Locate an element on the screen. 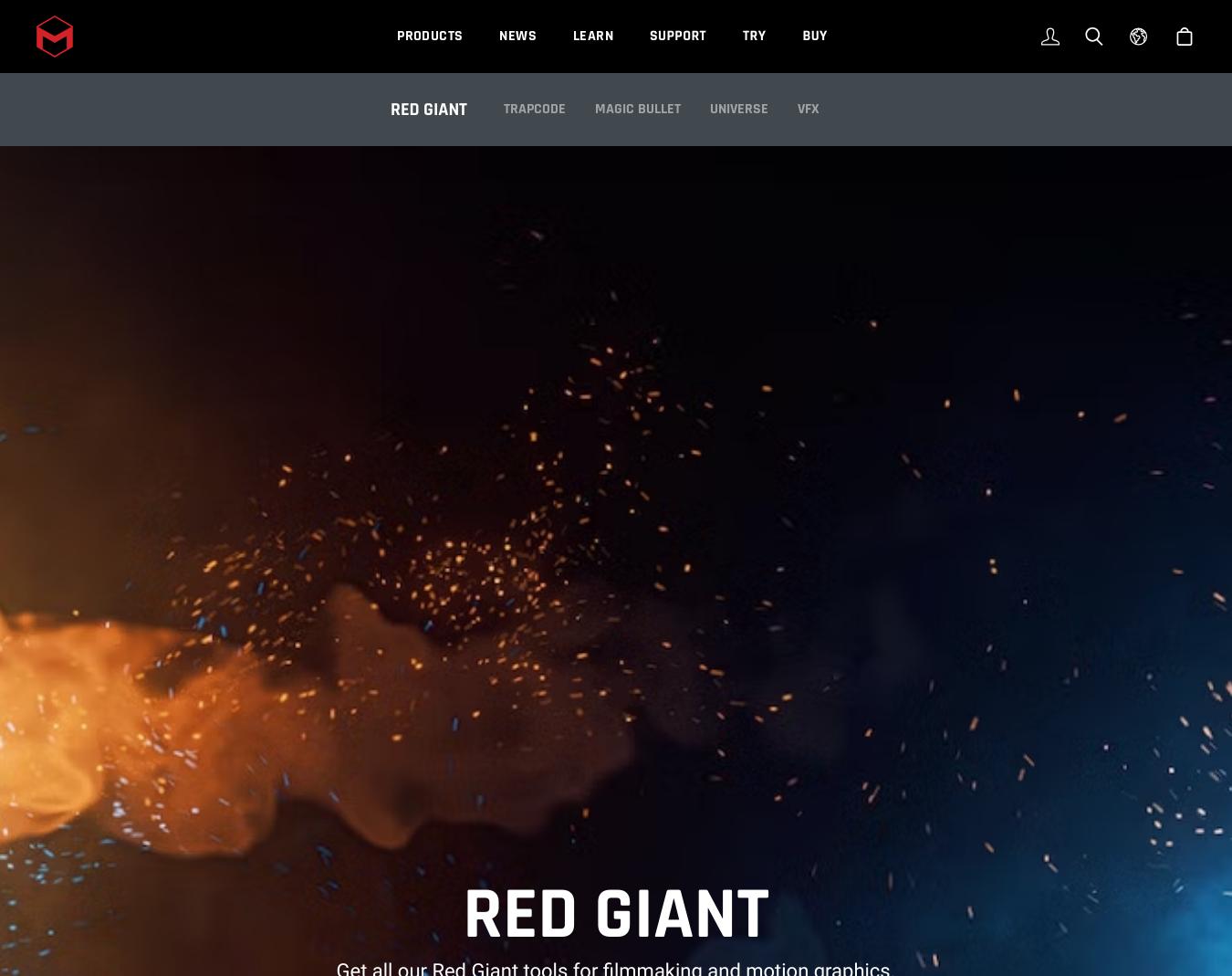  'UTILITIES' is located at coordinates (736, 127).